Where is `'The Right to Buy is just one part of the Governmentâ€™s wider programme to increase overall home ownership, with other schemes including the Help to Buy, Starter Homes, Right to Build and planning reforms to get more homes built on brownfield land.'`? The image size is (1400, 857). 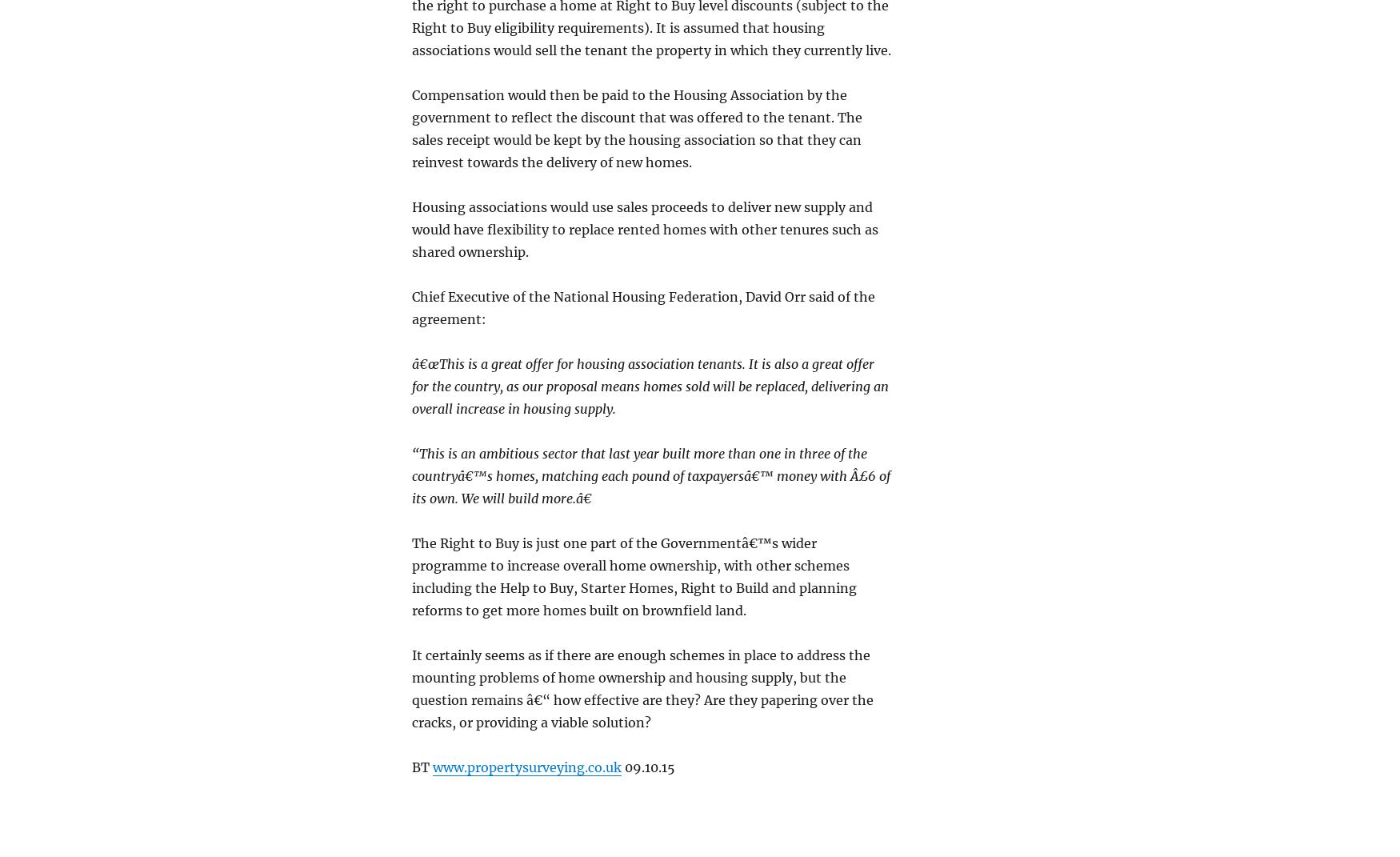 'The Right to Buy is just one part of the Governmentâ€™s wider programme to increase overall home ownership, with other schemes including the Help to Buy, Starter Homes, Right to Build and planning reforms to get more homes built on brownfield land.' is located at coordinates (633, 576).